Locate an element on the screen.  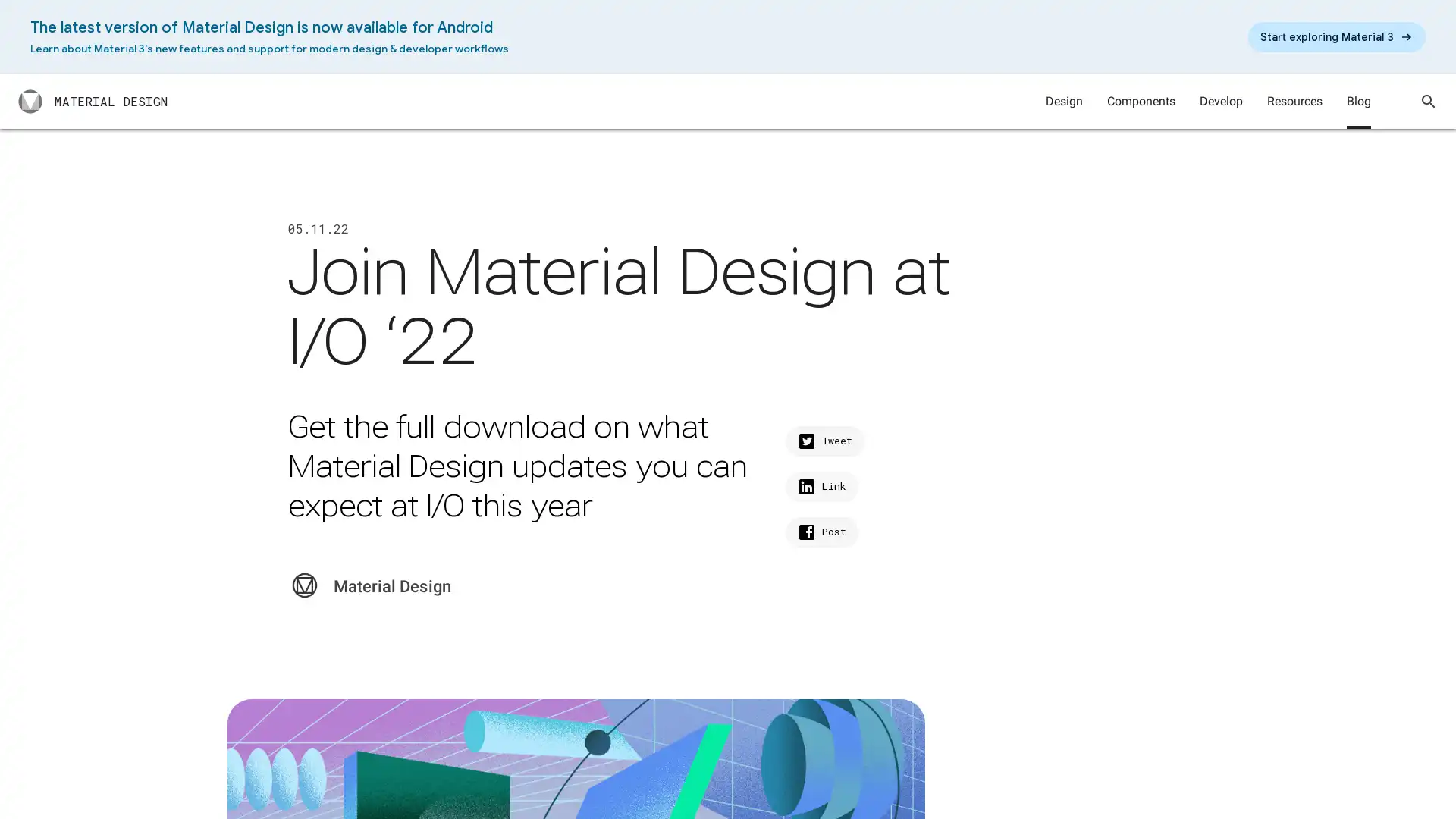
arrow_right_alt is located at coordinates (1336, 36).